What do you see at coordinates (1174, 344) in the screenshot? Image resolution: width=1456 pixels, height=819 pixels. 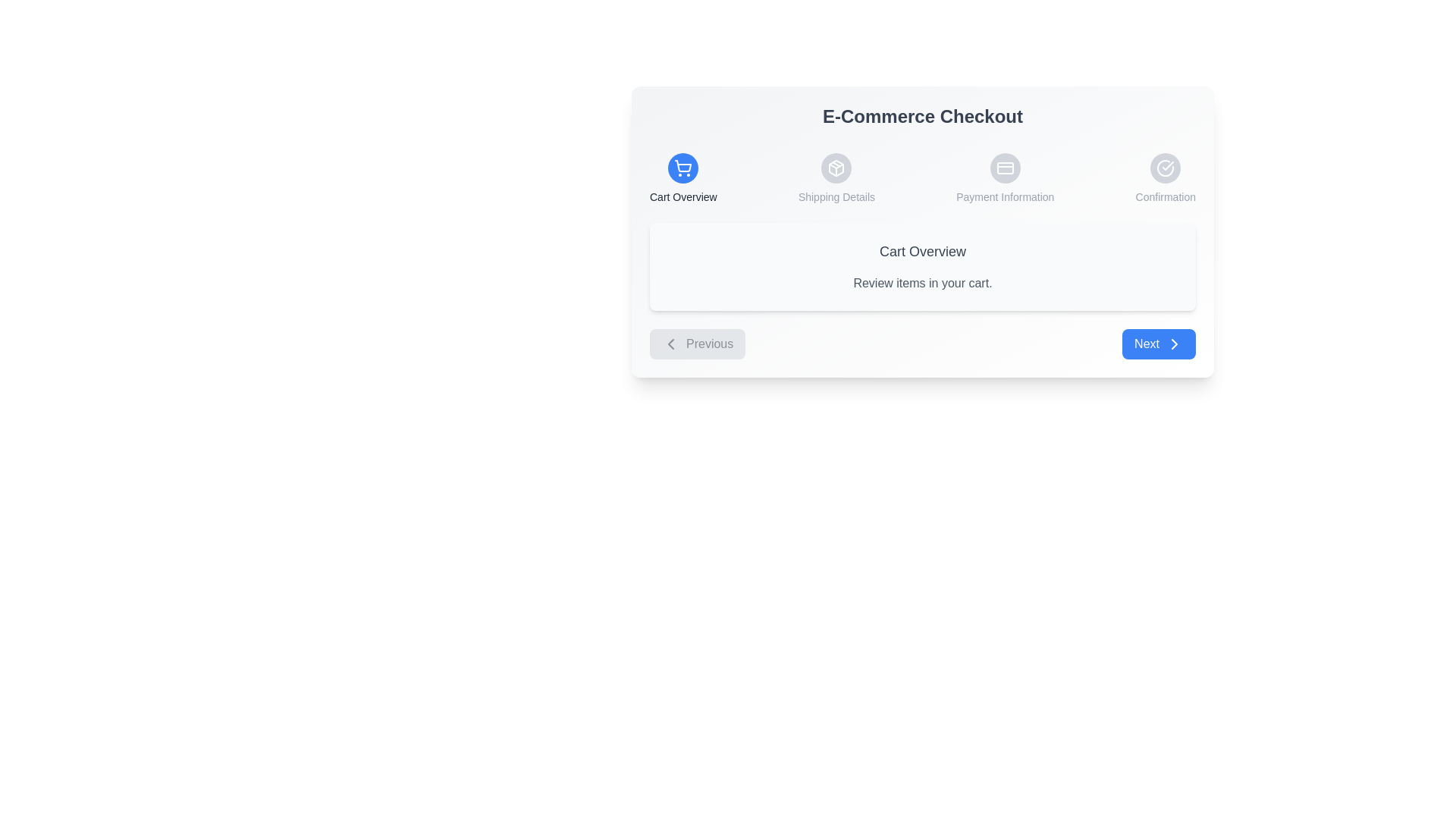 I see `the chevron icon located on the right side of the blue 'Next' button` at bounding box center [1174, 344].